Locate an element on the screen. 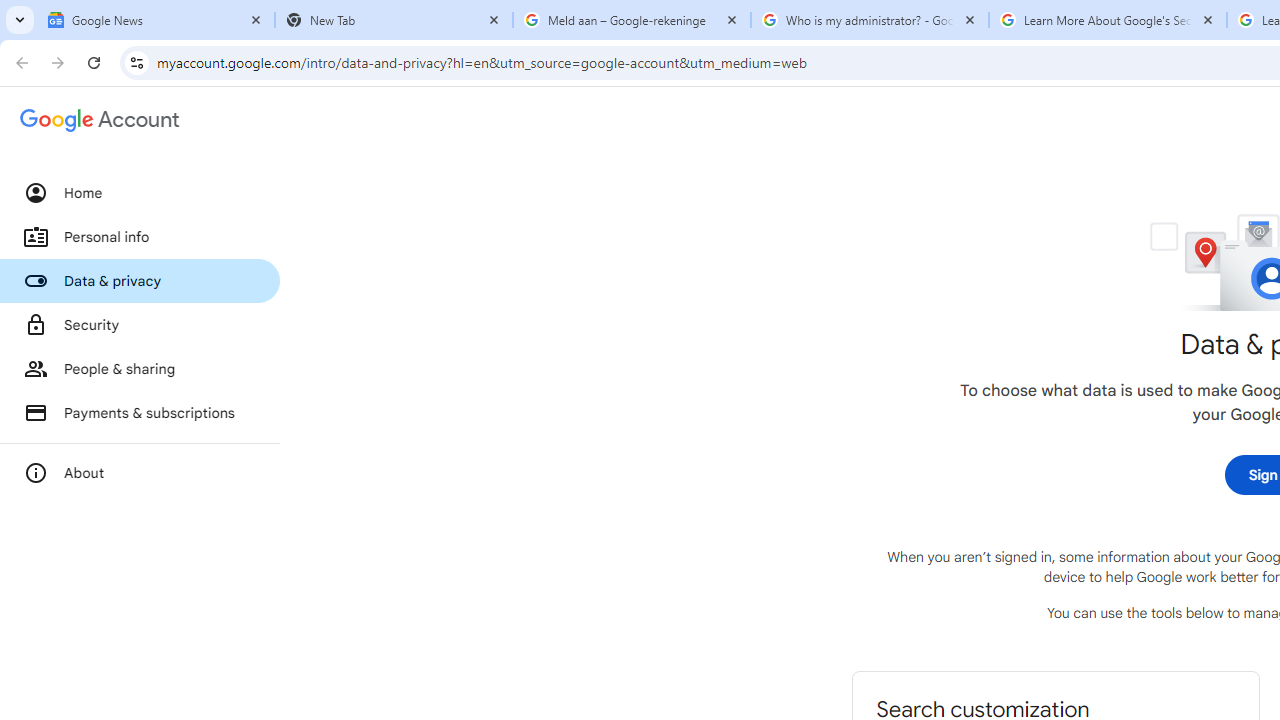 This screenshot has width=1280, height=720. 'People & sharing' is located at coordinates (139, 368).